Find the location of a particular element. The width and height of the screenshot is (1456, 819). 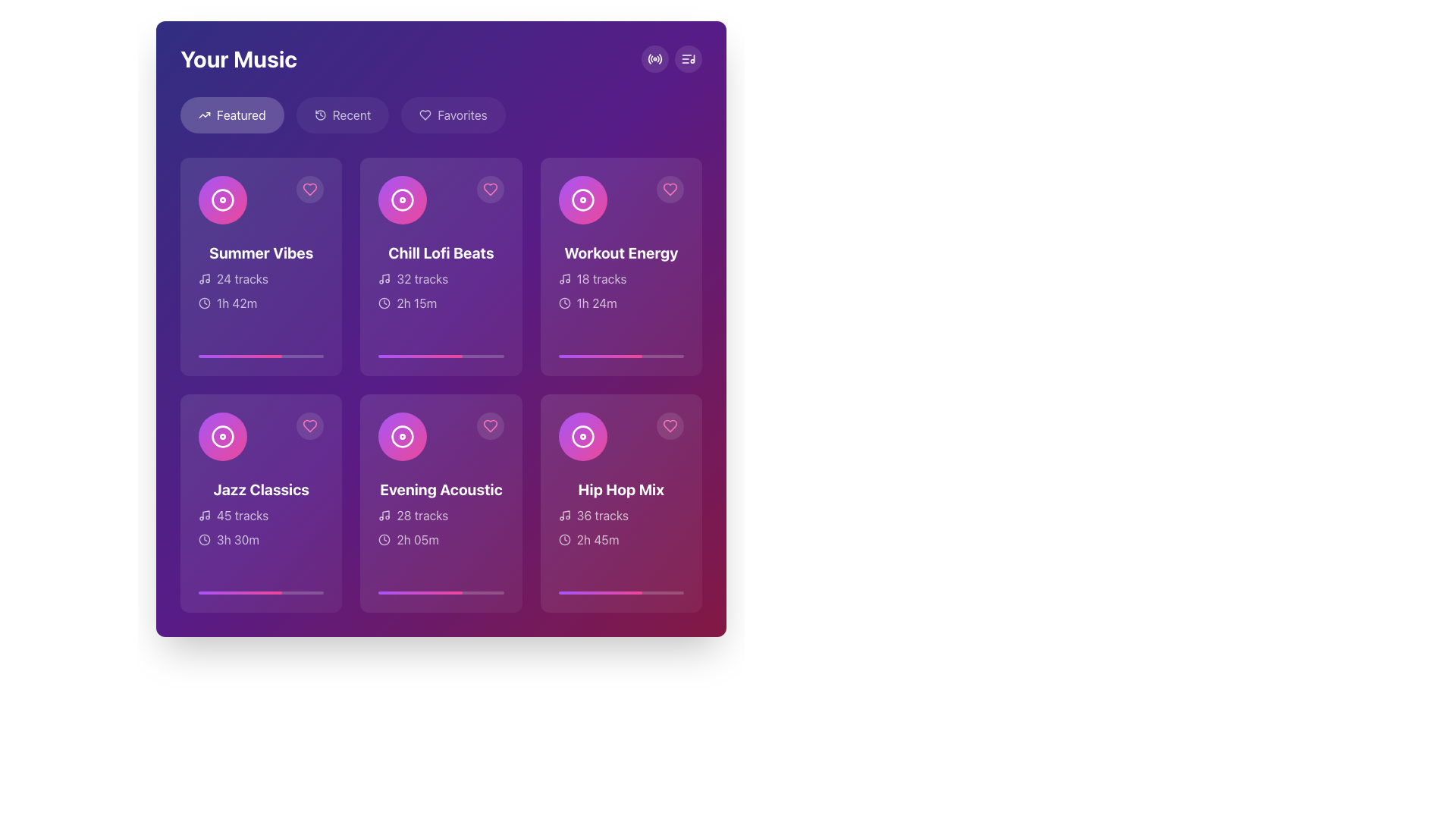

the text label displaying 'Evening Acoustic' in bold, white font, located in the second row of items in a grid layout, part of the third card below the header 'Your Music' is located at coordinates (440, 489).